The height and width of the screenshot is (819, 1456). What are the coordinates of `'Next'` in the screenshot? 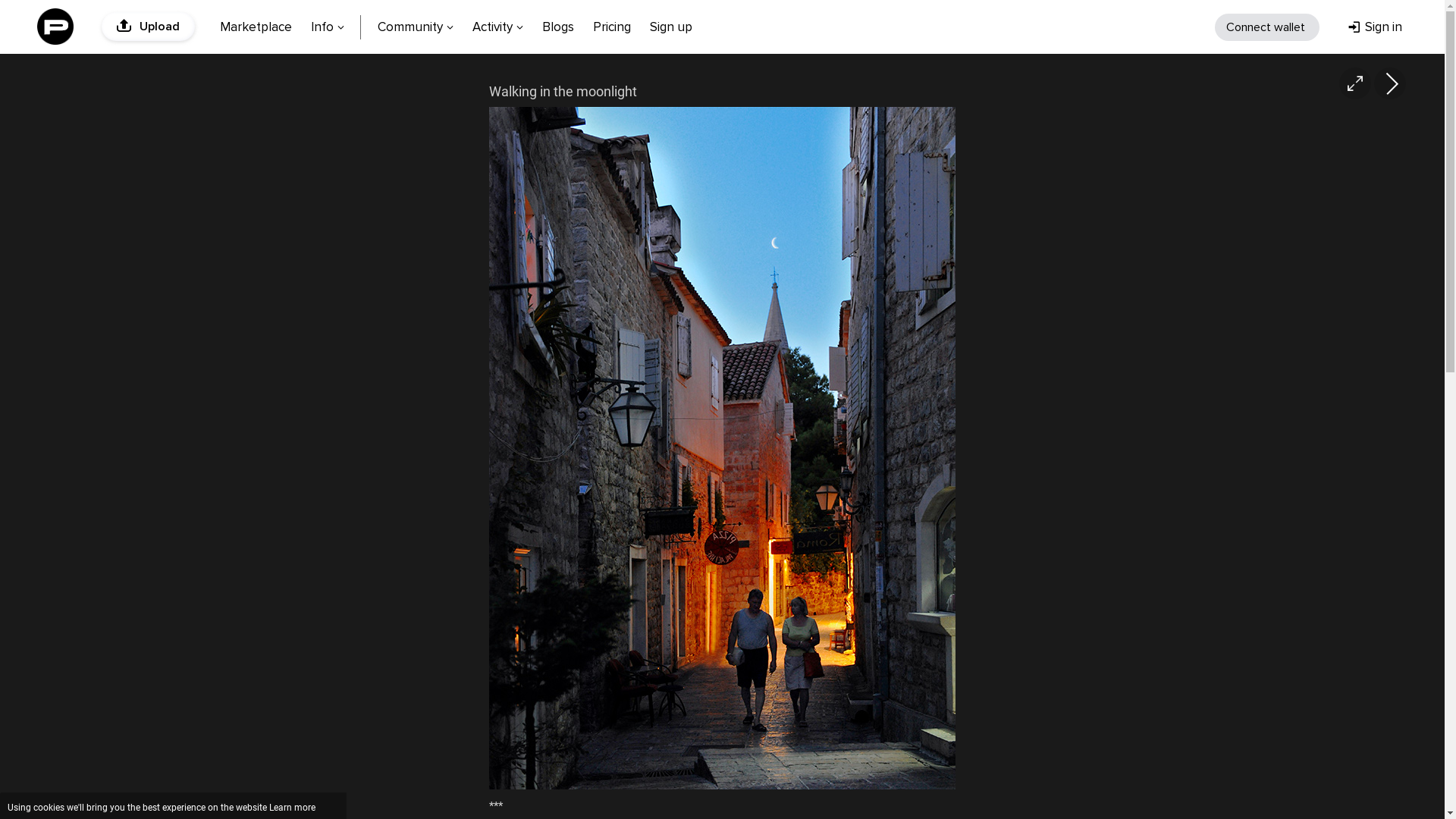 It's located at (1390, 83).